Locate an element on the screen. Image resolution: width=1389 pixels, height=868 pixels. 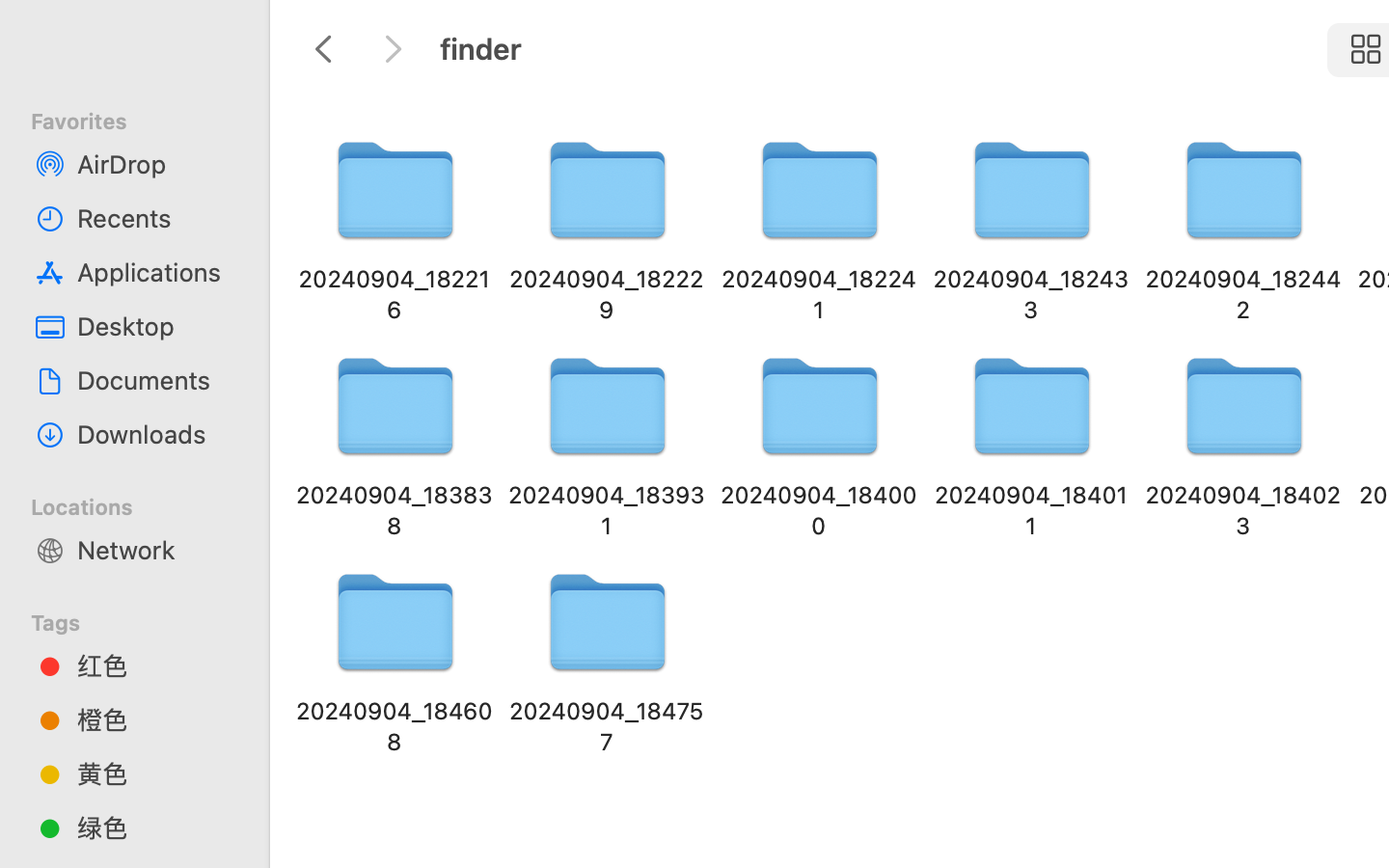
'Desktop' is located at coordinates (153, 326).